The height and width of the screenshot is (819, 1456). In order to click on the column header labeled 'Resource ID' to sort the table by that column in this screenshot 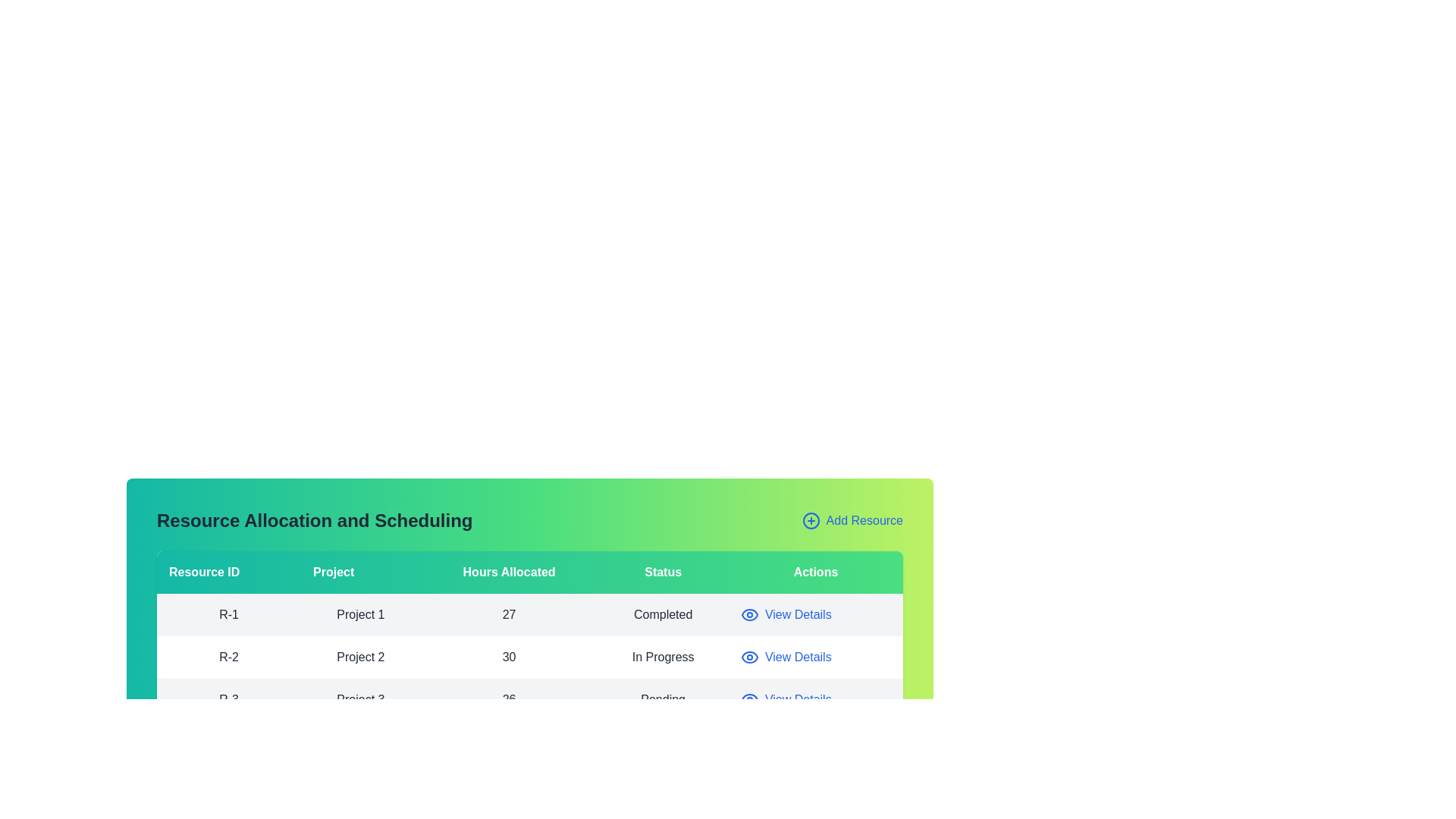, I will do `click(228, 573)`.